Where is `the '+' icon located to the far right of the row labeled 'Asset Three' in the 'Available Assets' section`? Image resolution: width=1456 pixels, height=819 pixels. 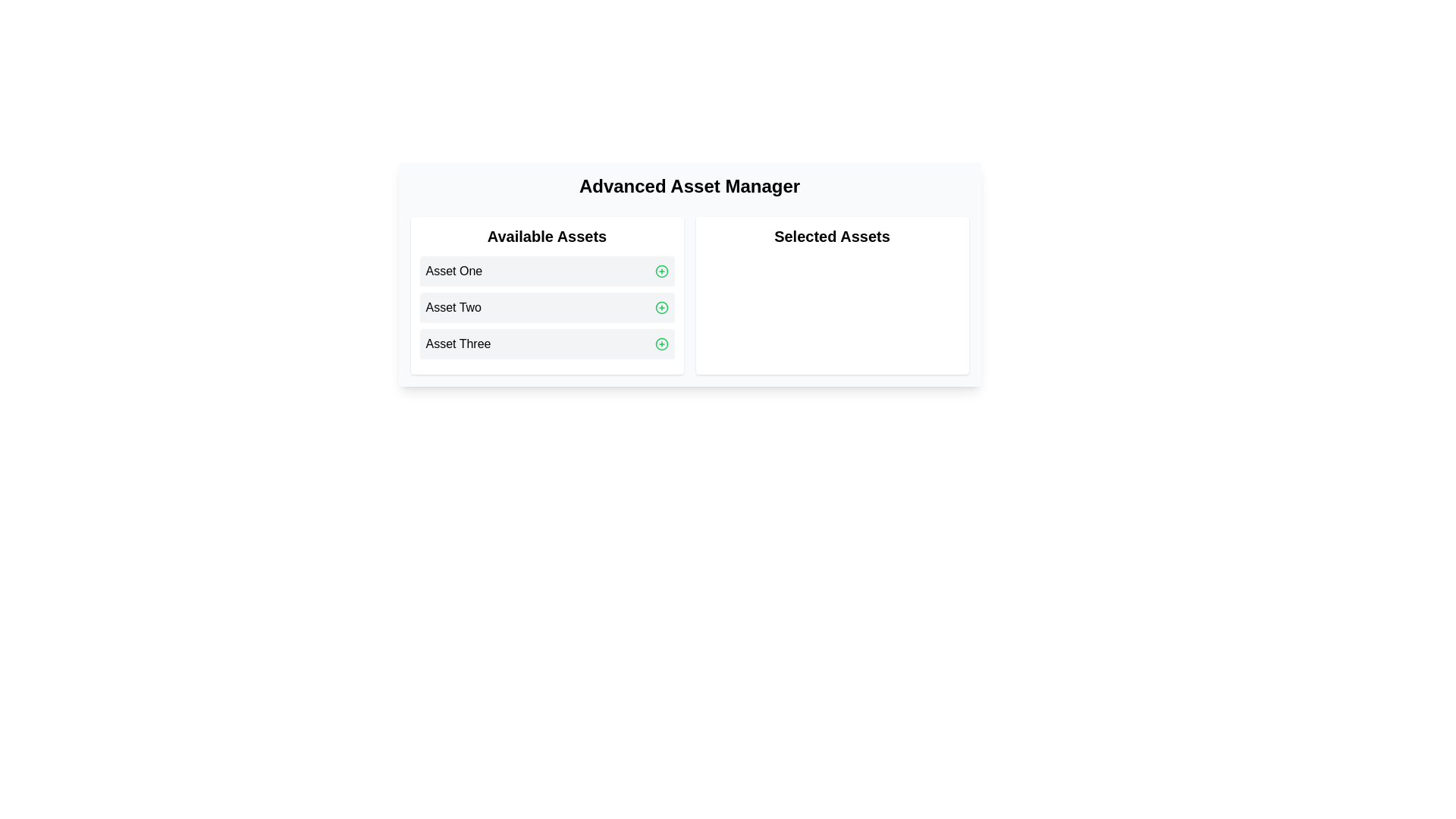 the '+' icon located to the far right of the row labeled 'Asset Three' in the 'Available Assets' section is located at coordinates (661, 344).